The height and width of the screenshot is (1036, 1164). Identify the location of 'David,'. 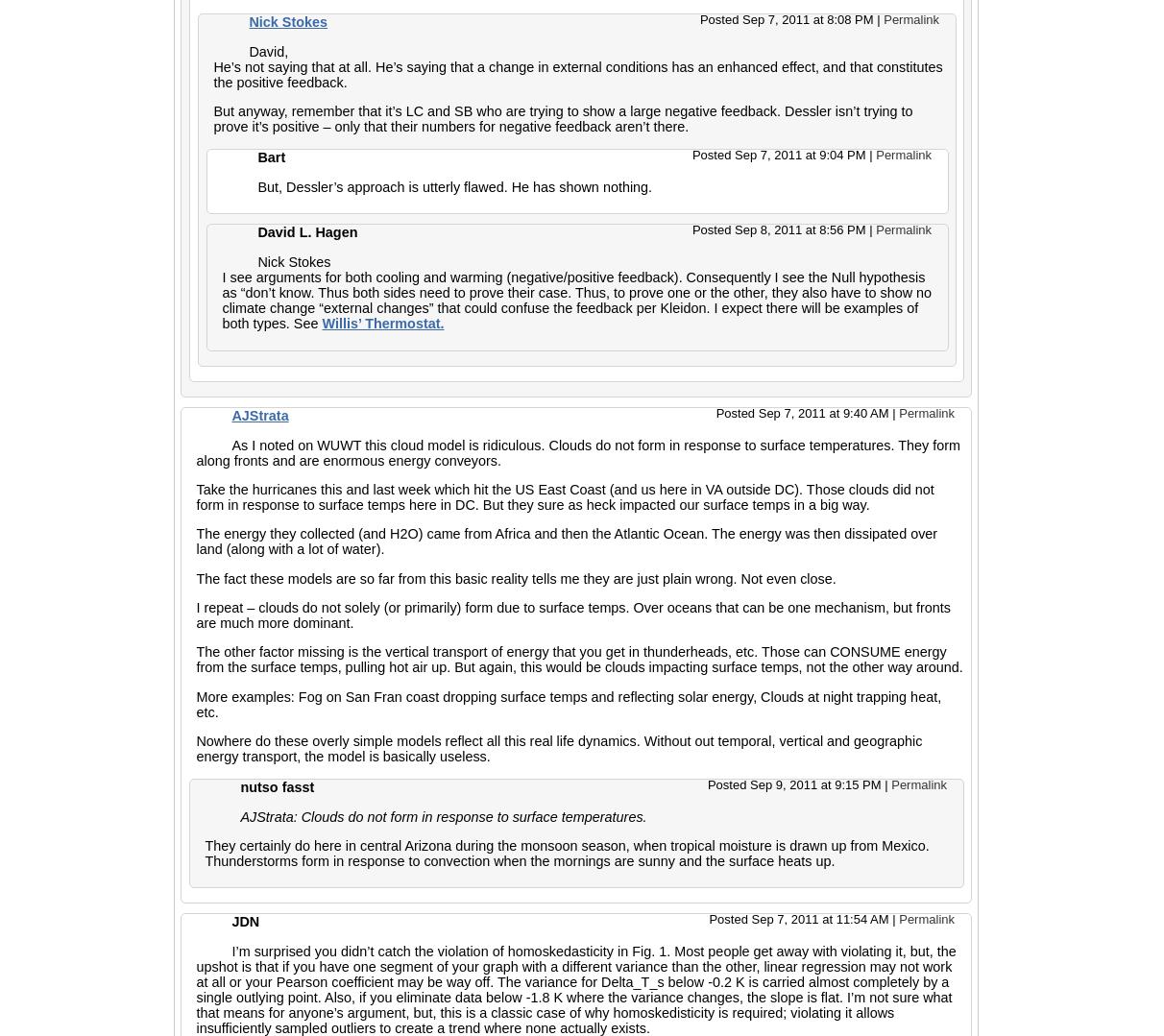
(268, 49).